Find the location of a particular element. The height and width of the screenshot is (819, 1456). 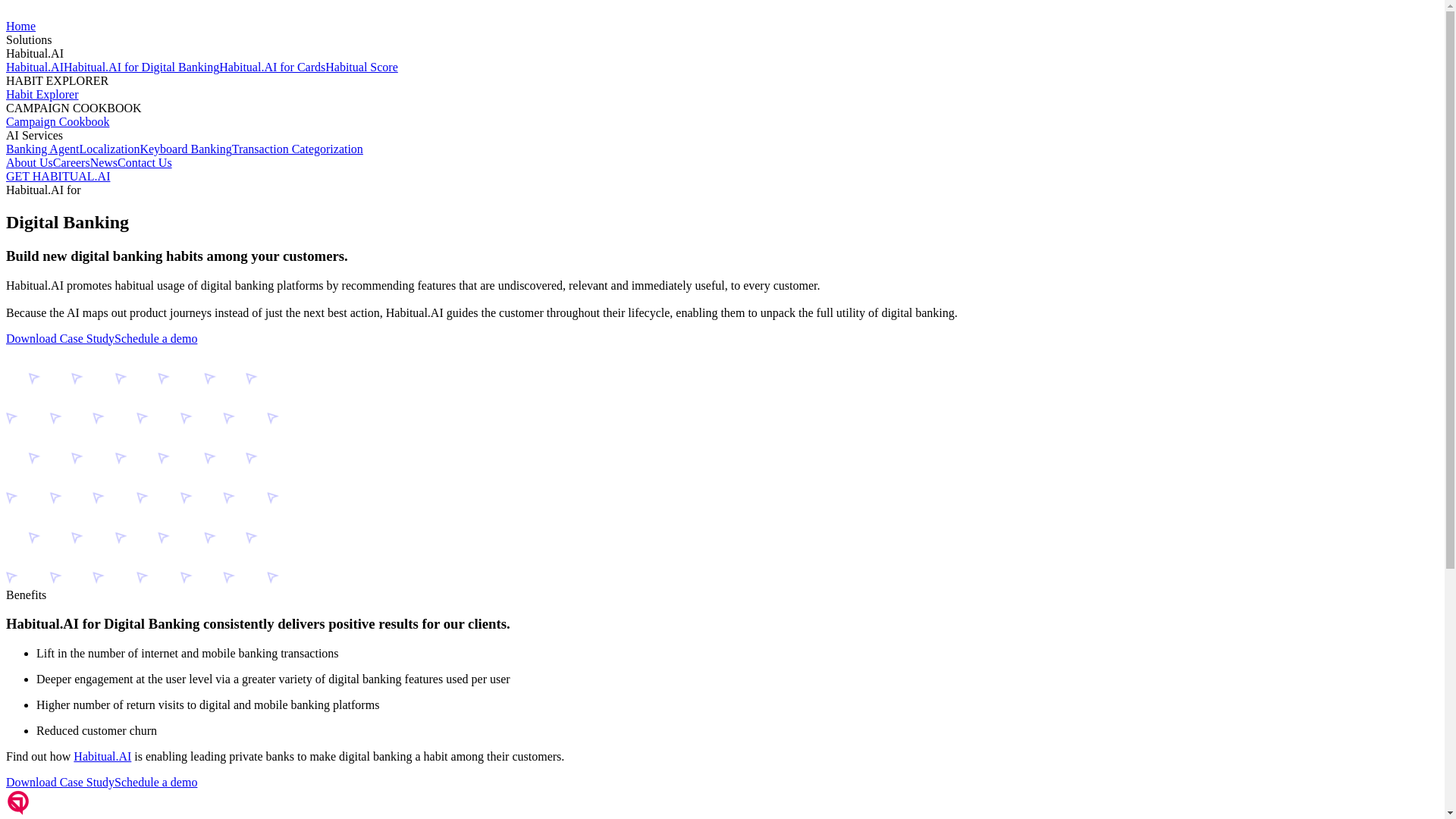

'Localization' is located at coordinates (108, 149).